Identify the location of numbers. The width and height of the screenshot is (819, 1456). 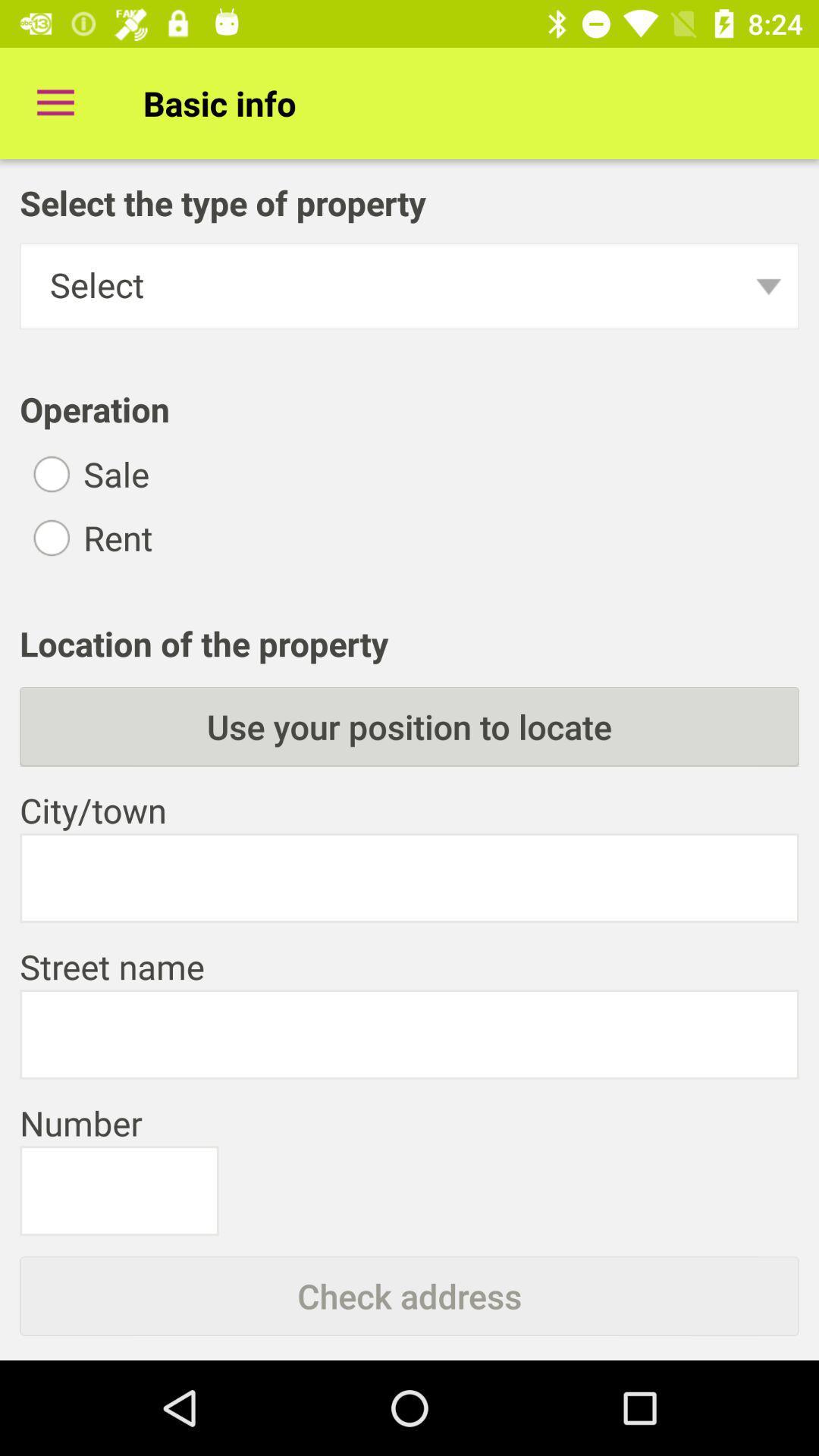
(118, 1190).